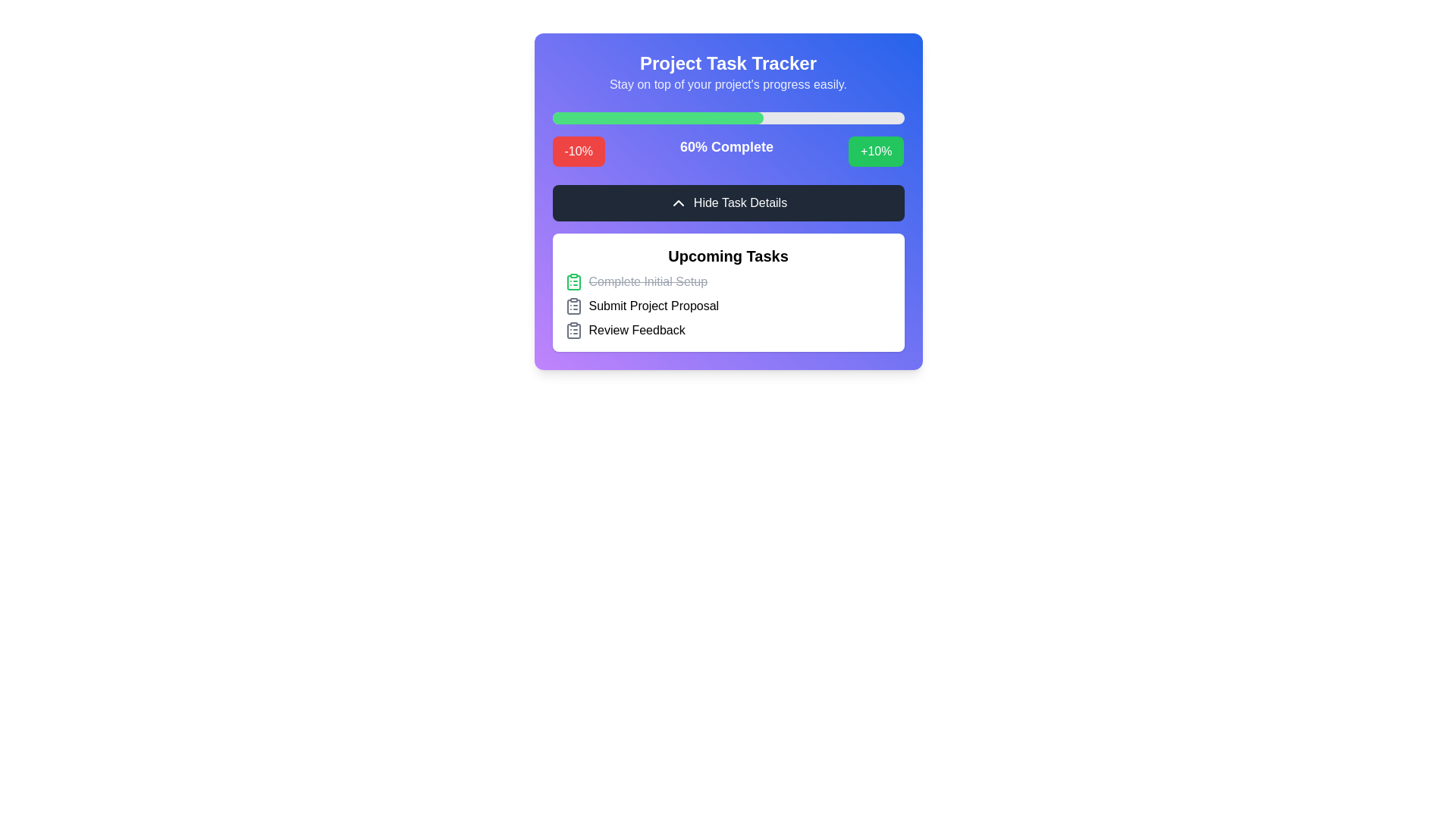 This screenshot has width=1456, height=819. Describe the element at coordinates (578, 152) in the screenshot. I see `the red rectangular button with rounded corners displaying '-10%' in bold white font to decrease the associated value by 10%` at that location.